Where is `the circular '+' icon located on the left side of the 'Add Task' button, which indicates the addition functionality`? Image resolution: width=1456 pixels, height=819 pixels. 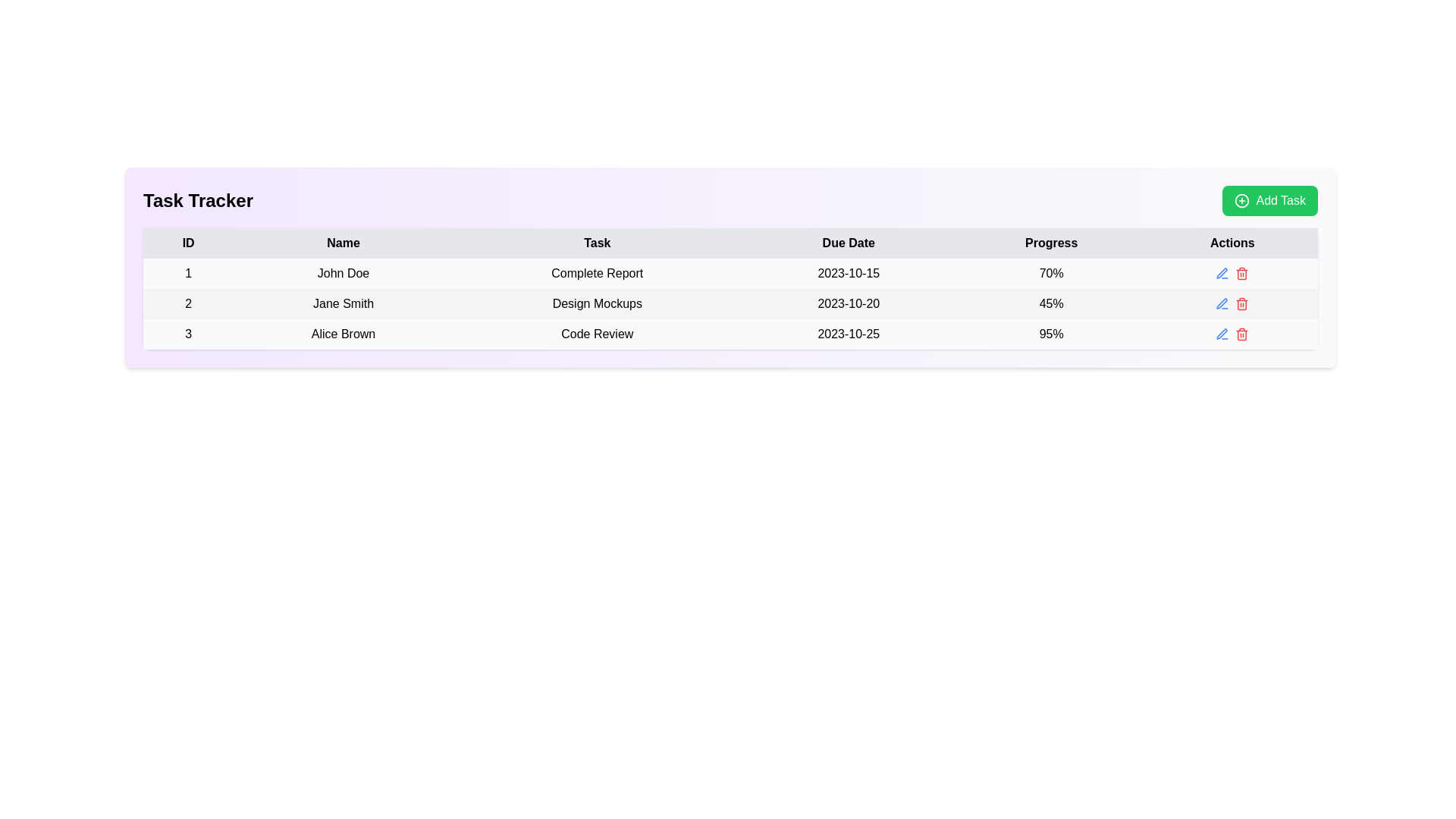
the circular '+' icon located on the left side of the 'Add Task' button, which indicates the addition functionality is located at coordinates (1242, 200).